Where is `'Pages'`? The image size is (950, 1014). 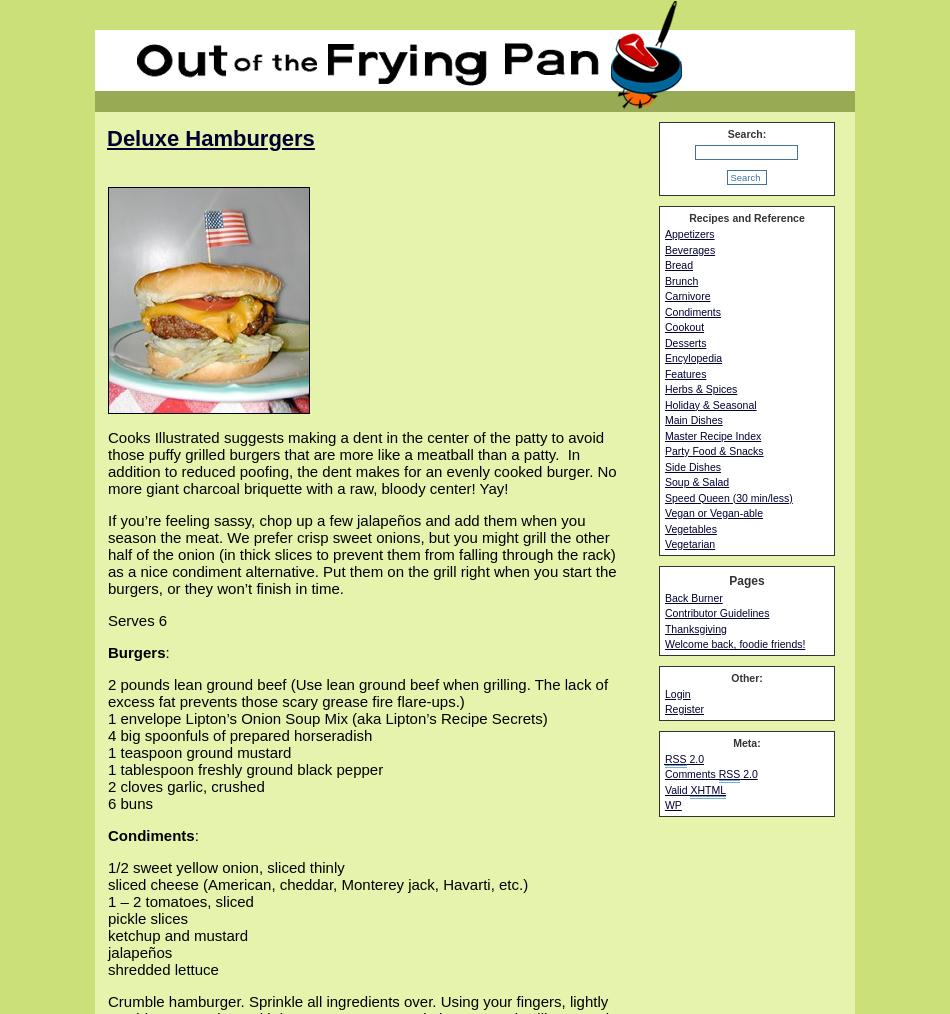 'Pages' is located at coordinates (745, 579).